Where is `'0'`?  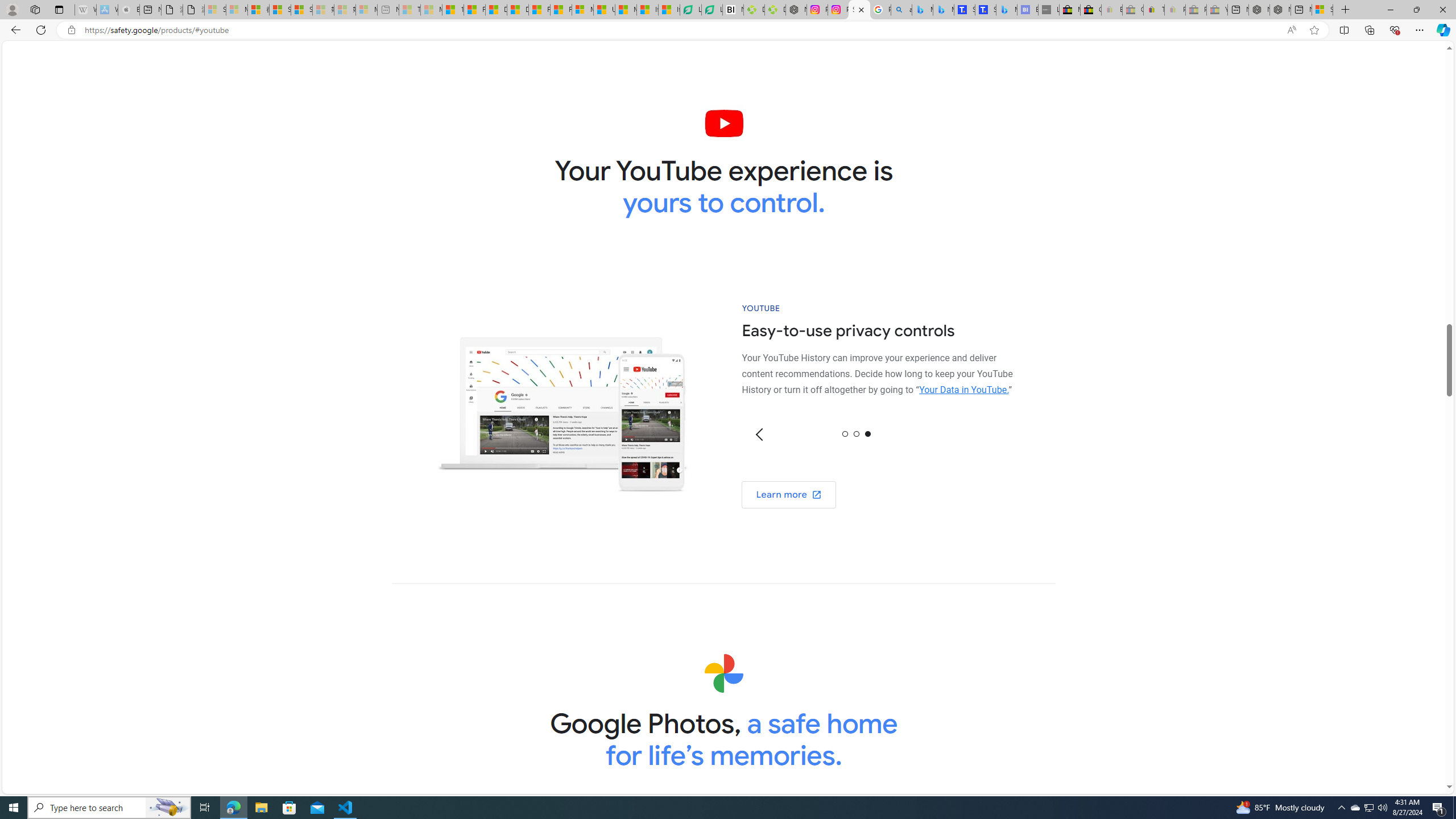 '0' is located at coordinates (845, 433).